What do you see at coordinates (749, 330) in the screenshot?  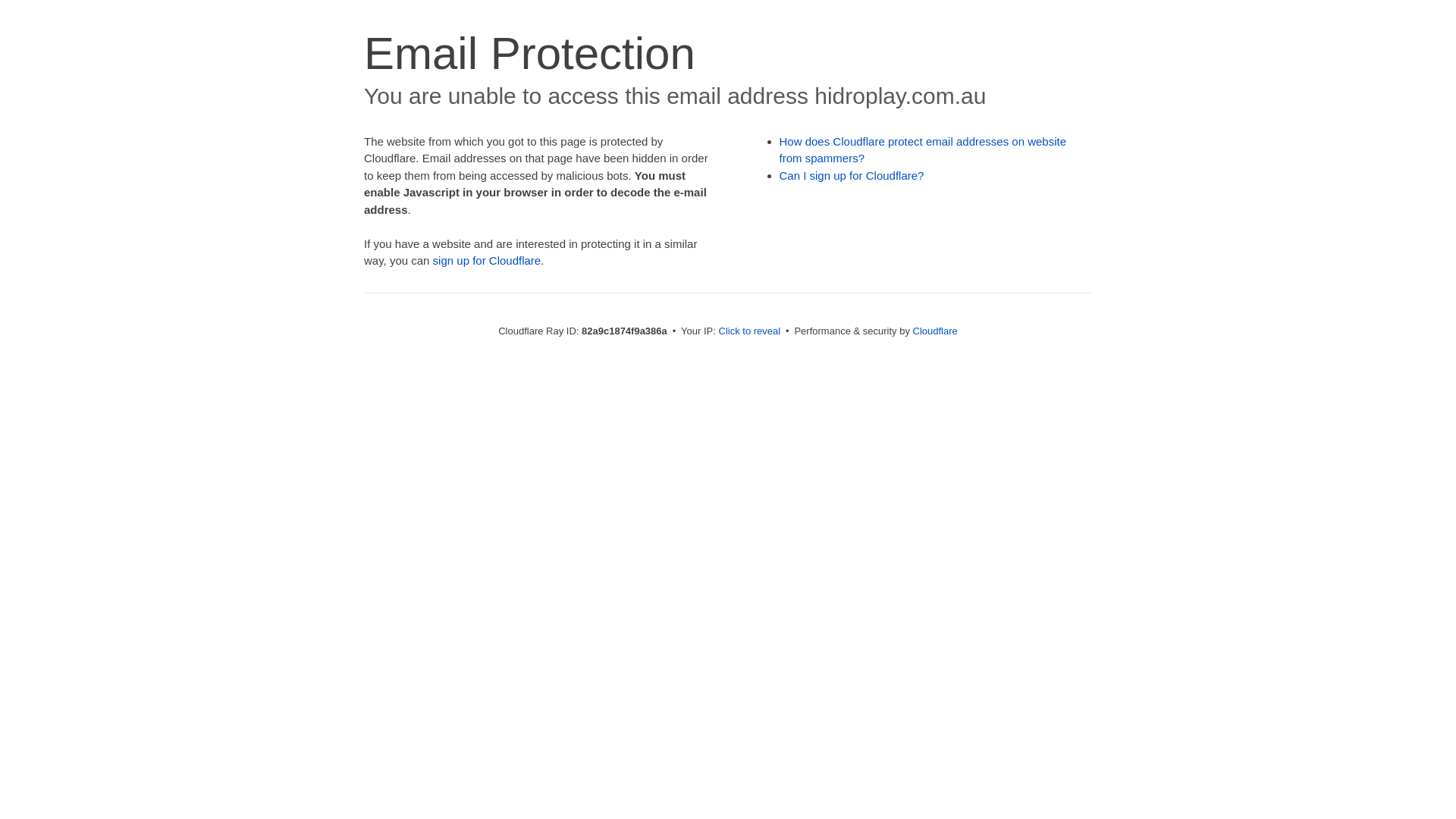 I see `'Click to reveal'` at bounding box center [749, 330].